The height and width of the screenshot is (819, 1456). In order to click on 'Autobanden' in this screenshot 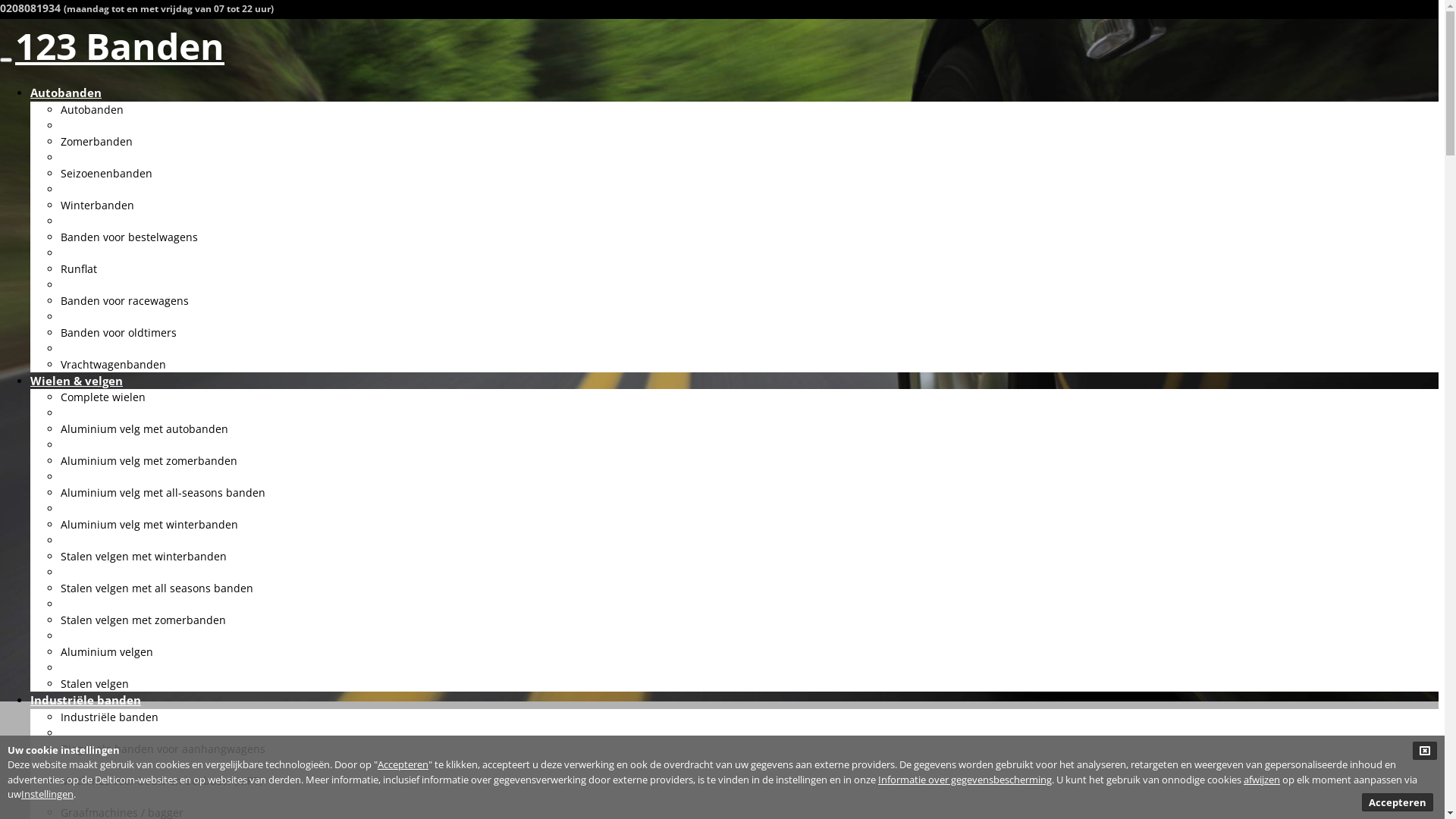, I will do `click(30, 93)`.